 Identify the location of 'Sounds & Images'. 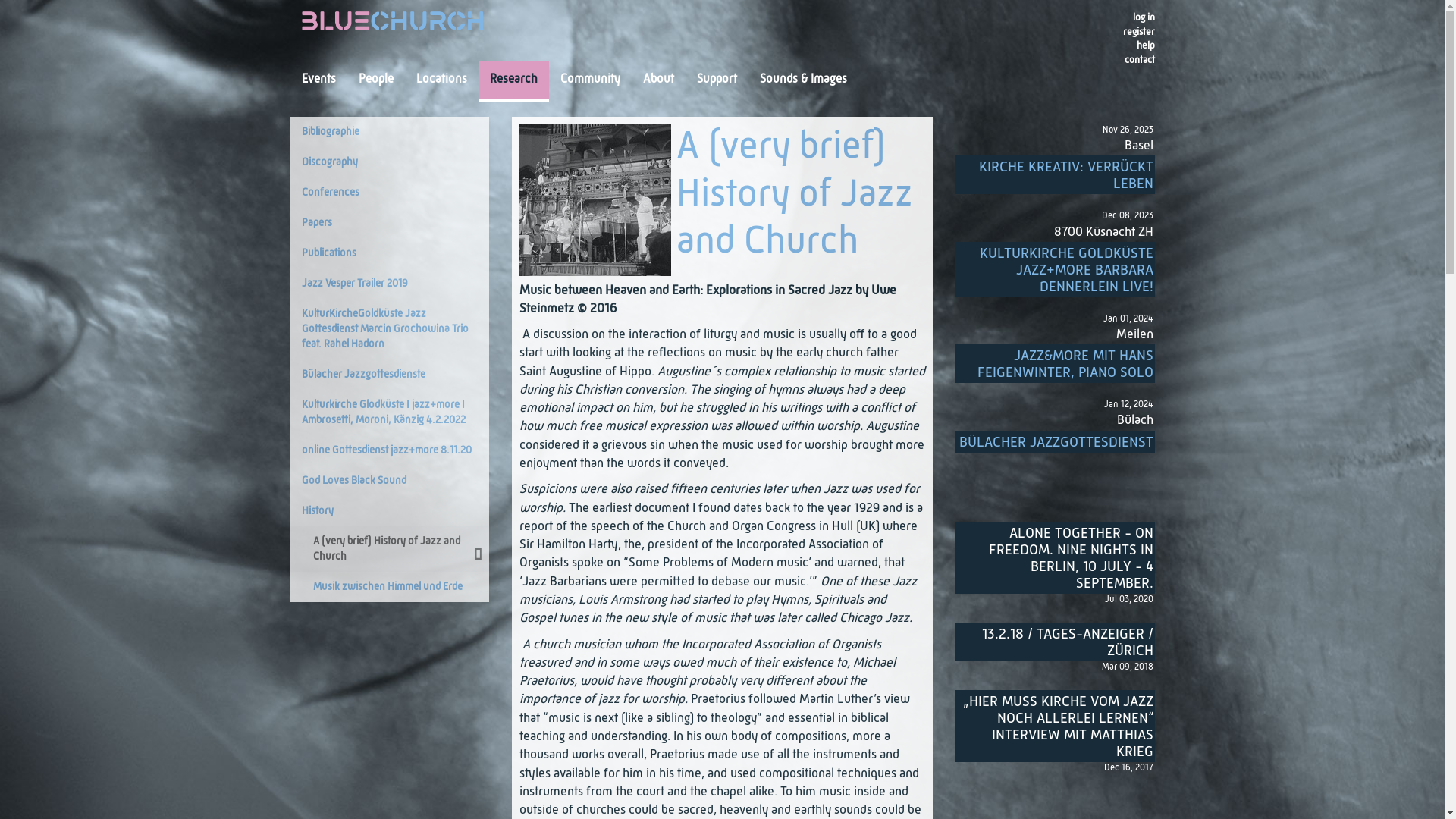
(802, 79).